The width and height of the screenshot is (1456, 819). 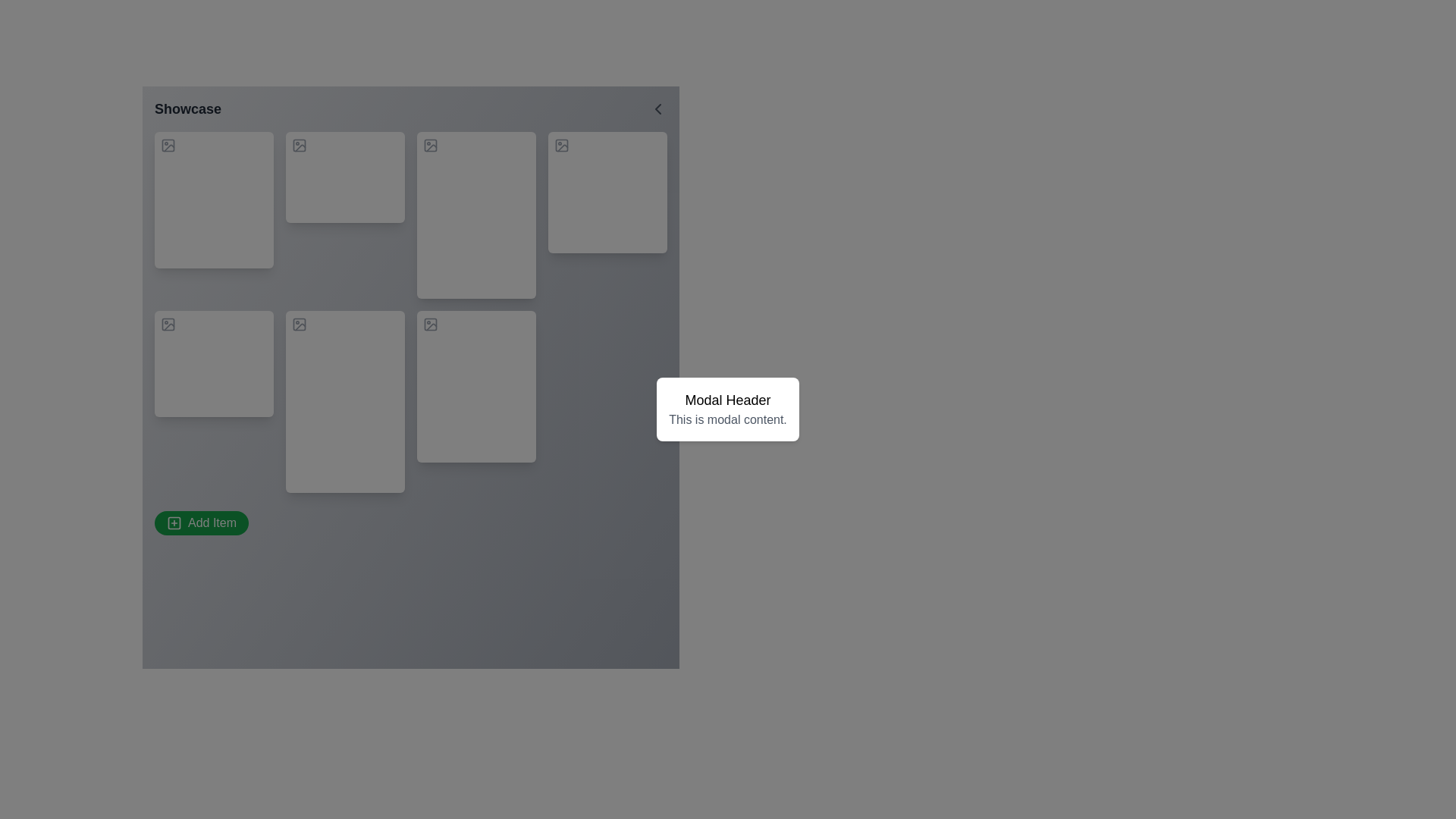 I want to click on the decorative UI element located in the top-left corner of the tile in the second row of the grid in the 'Showcase' section to visually indicate the tile's status, so click(x=168, y=324).